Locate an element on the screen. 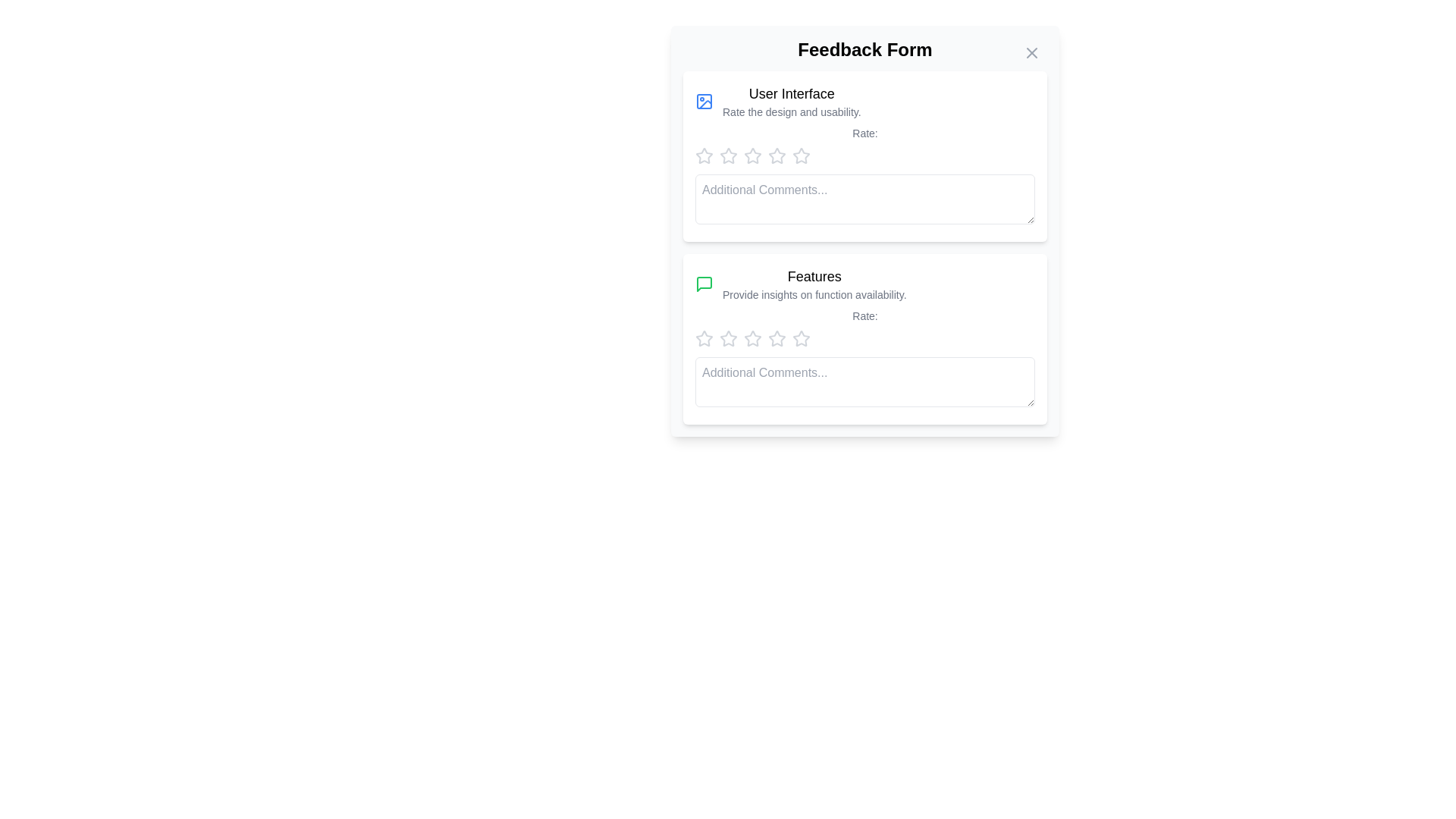  the close button located at the top-right corner of the 'Feedback Form' is located at coordinates (1031, 52).